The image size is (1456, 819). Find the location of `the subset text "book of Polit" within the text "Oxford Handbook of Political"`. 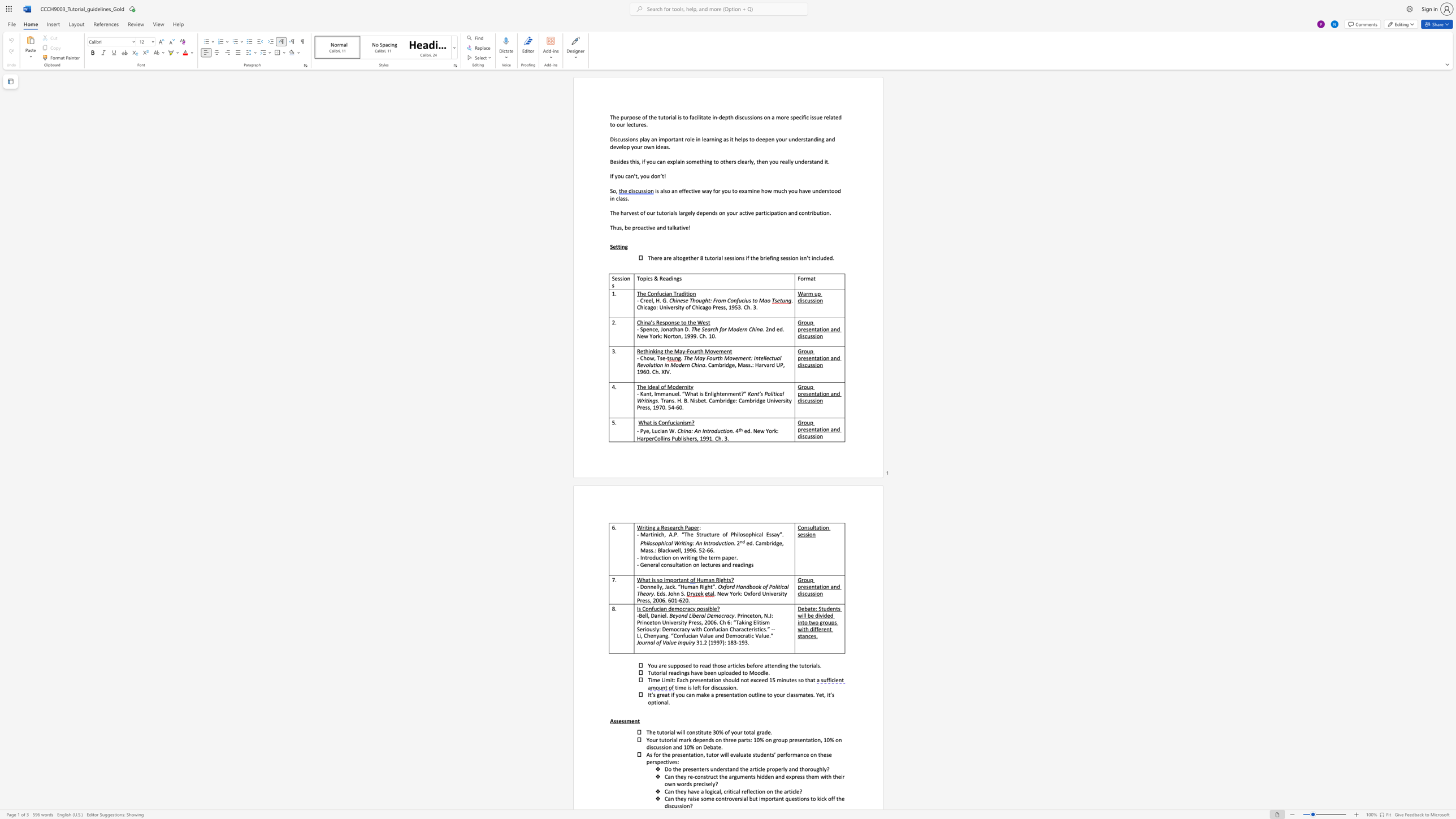

the subset text "book of Polit" within the text "Oxford Handbook of Political" is located at coordinates (749, 587).